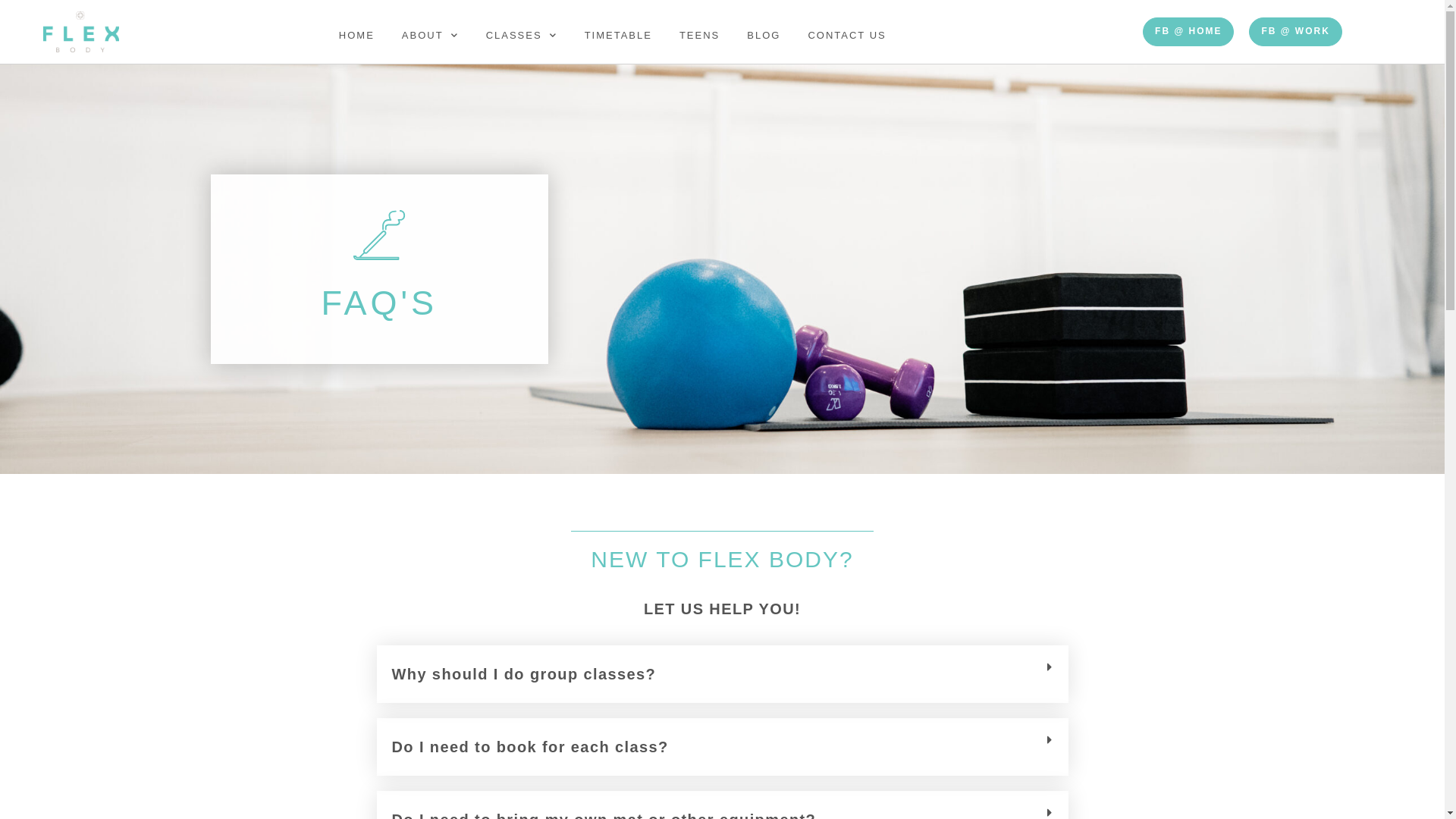 The width and height of the screenshot is (1456, 819). Describe the element at coordinates (733, 34) in the screenshot. I see `'BLOG'` at that location.